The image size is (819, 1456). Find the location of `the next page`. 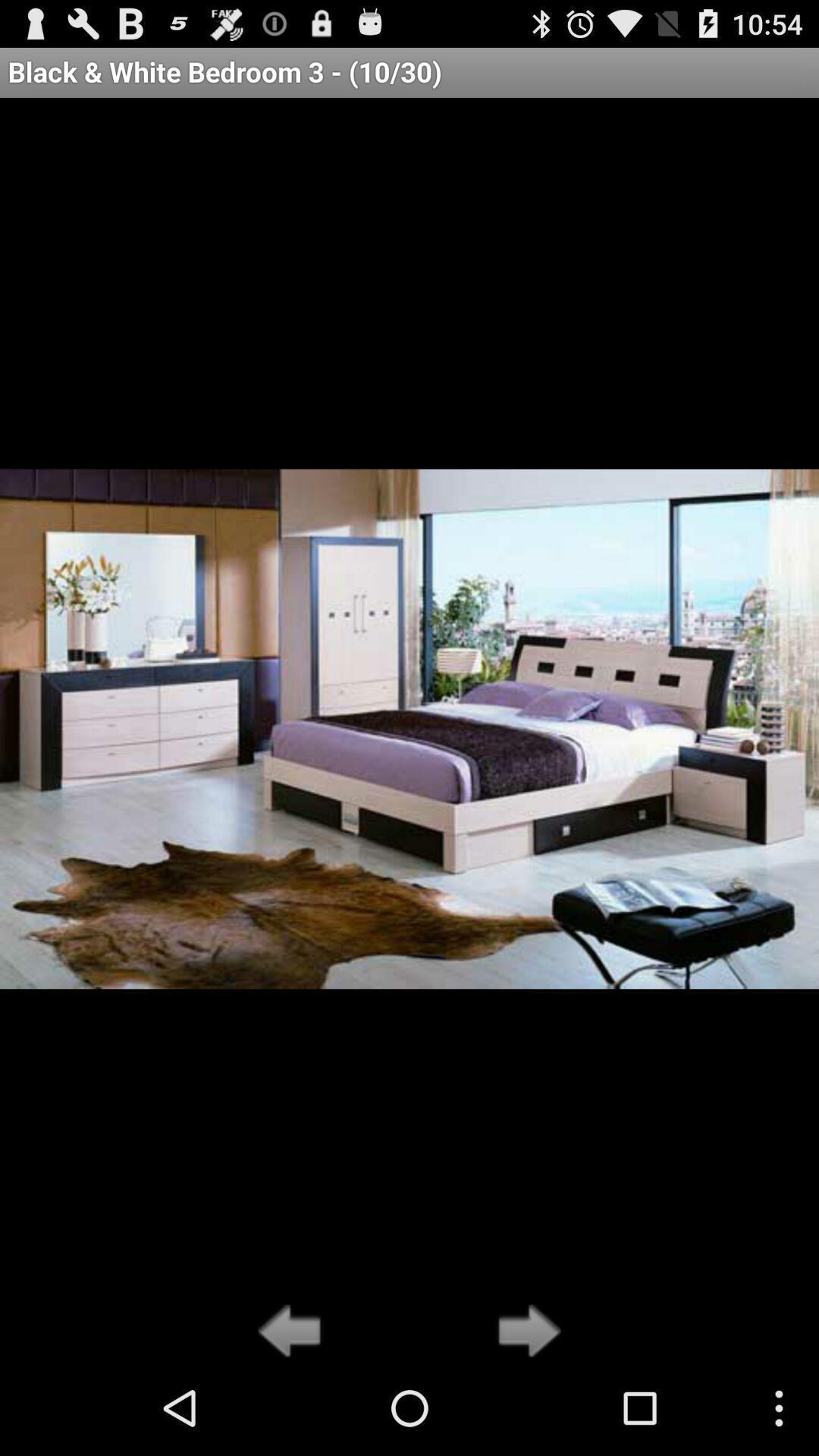

the next page is located at coordinates (524, 1332).